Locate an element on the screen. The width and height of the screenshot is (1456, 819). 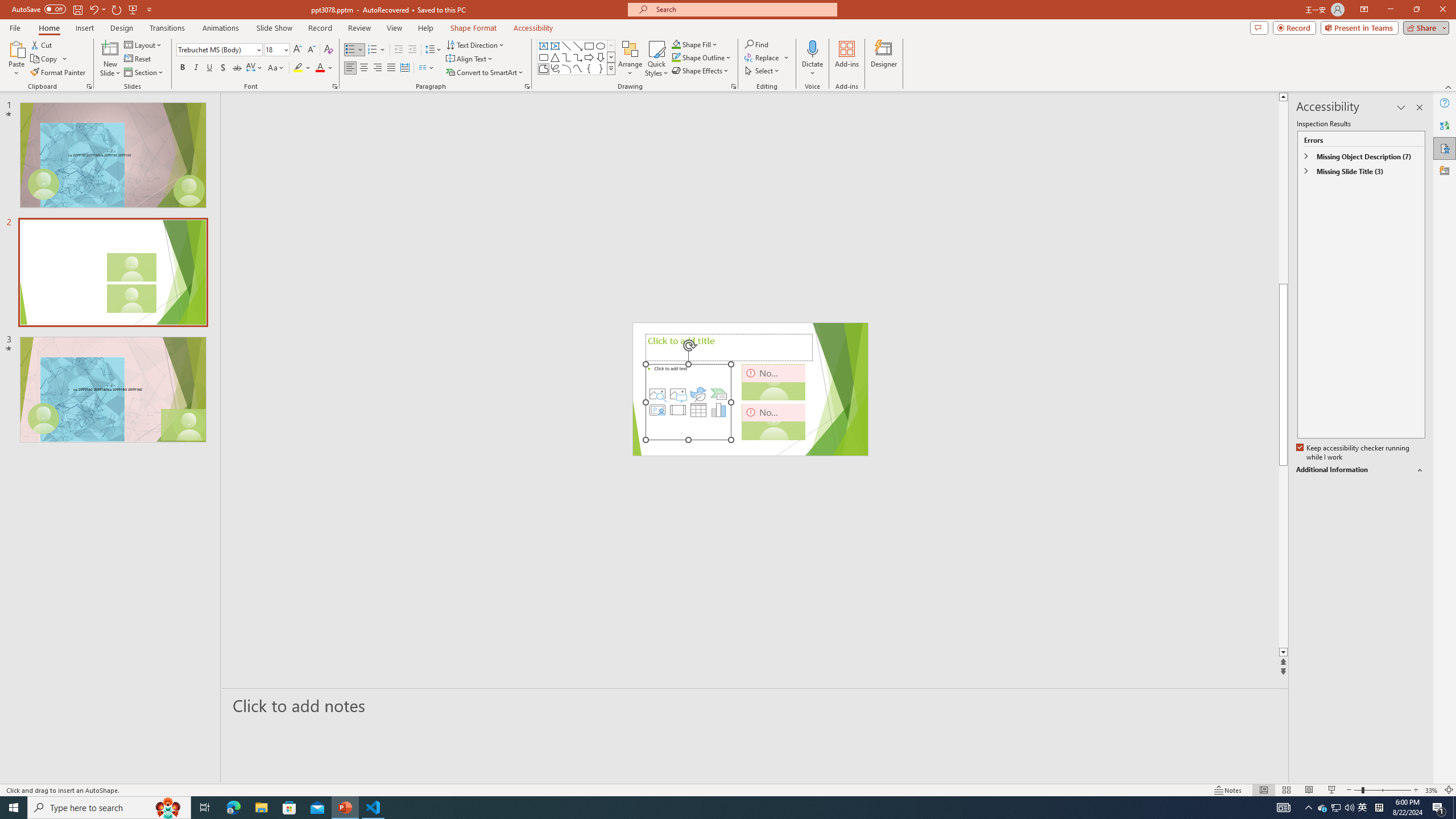
'Camera 5, No camera detected.' is located at coordinates (773, 382).